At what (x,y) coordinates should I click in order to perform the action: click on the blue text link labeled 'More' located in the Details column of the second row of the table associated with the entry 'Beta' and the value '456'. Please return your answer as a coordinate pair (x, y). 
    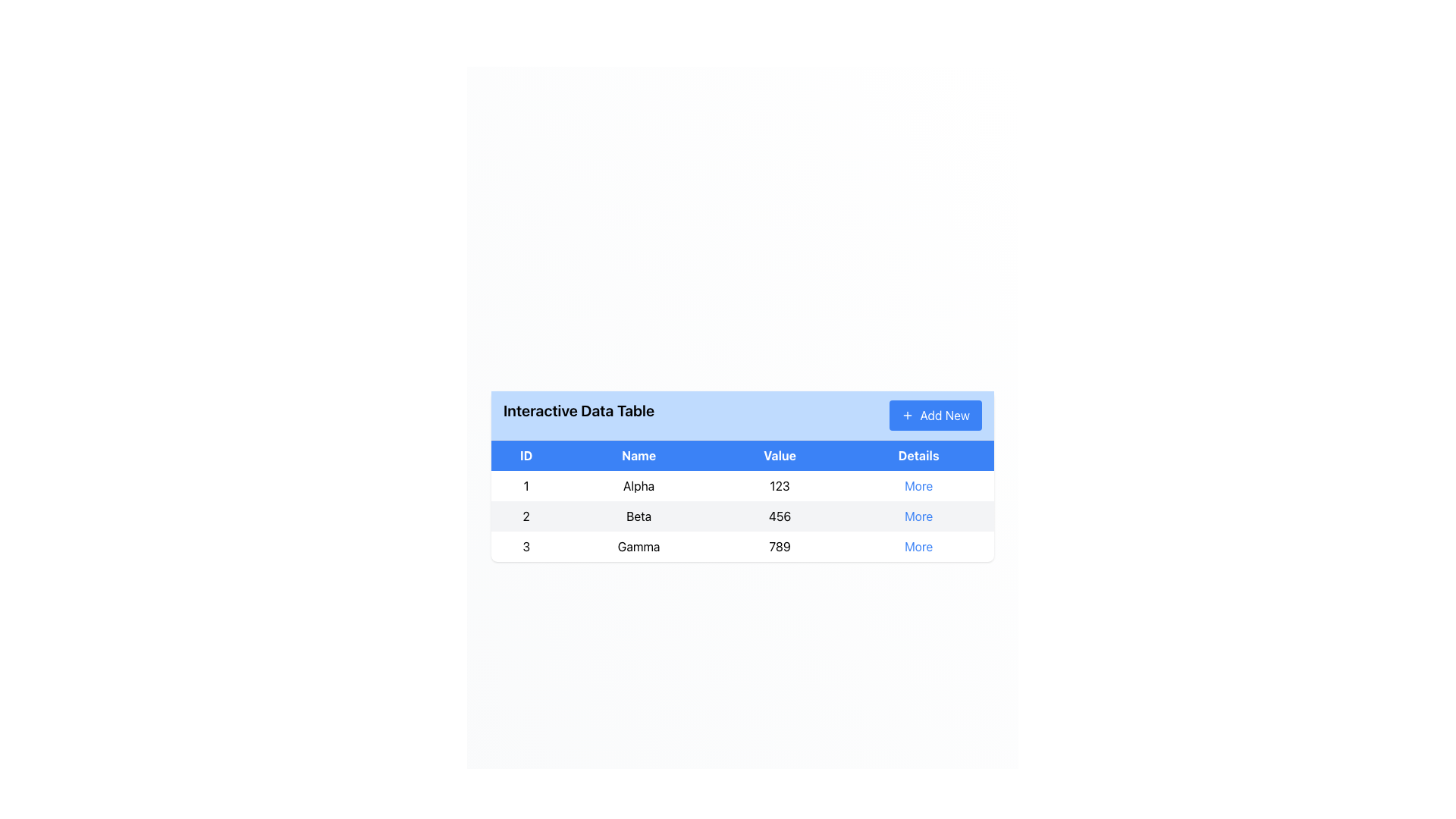
    Looking at the image, I should click on (918, 515).